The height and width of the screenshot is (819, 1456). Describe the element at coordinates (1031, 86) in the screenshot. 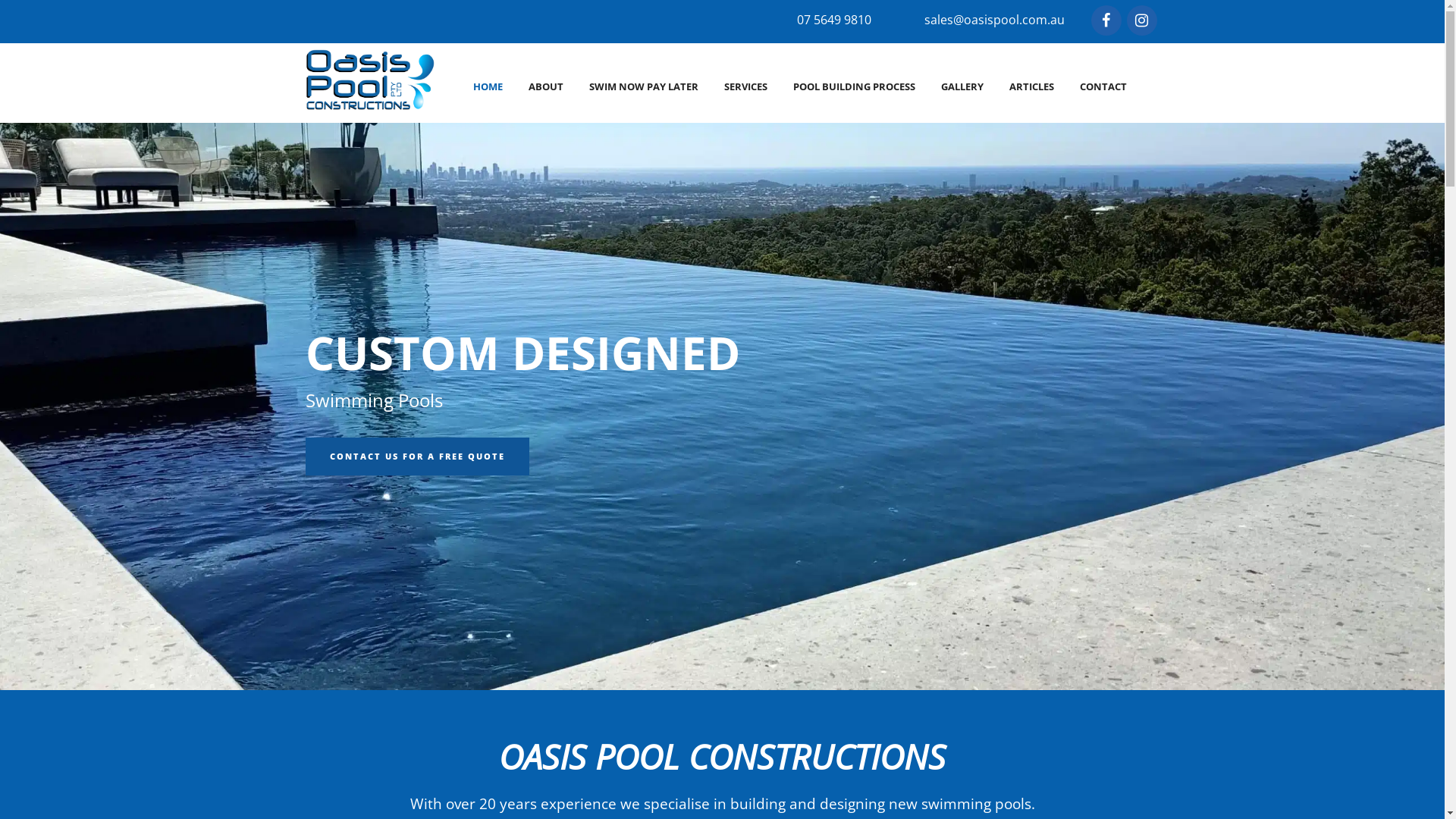

I see `'ARTICLES'` at that location.